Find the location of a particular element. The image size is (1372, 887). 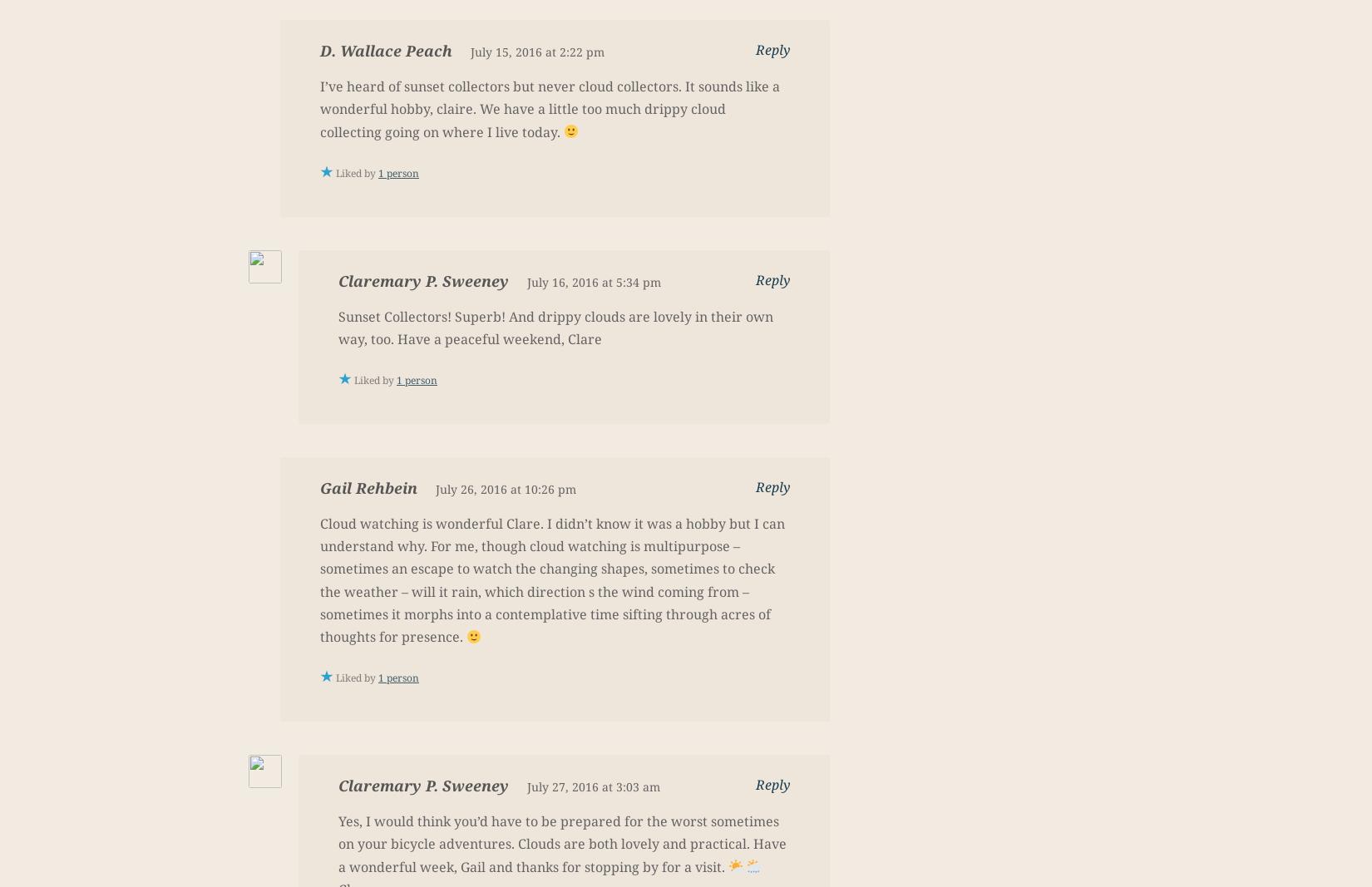

'July 26, 2016 at 10:26 pm' is located at coordinates (505, 489).